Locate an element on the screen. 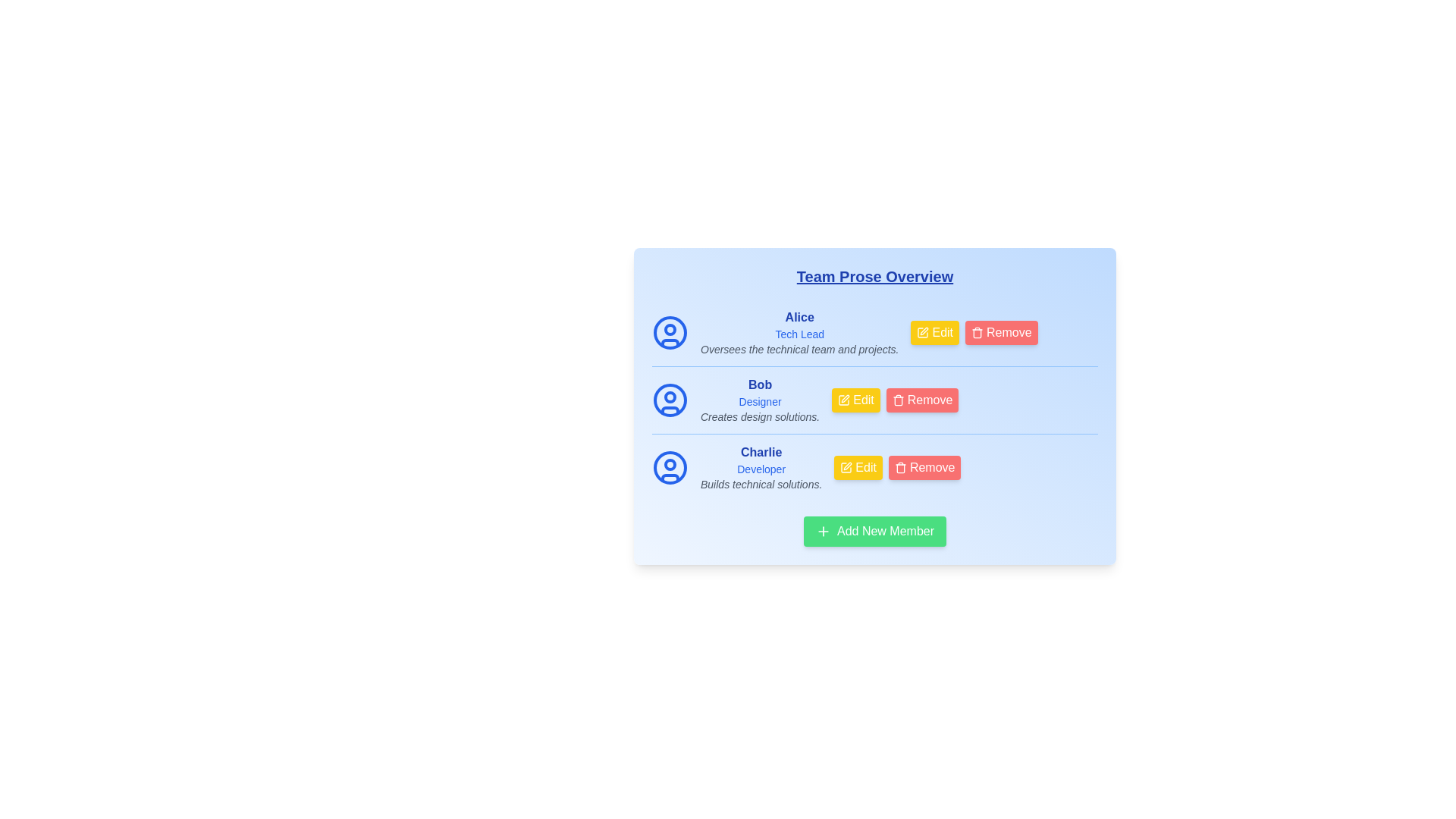 This screenshot has height=819, width=1456. the non-interactive text label 'Edit' that indicates the editing function for the 'Edit' button associated with 'Alice' is located at coordinates (940, 332).